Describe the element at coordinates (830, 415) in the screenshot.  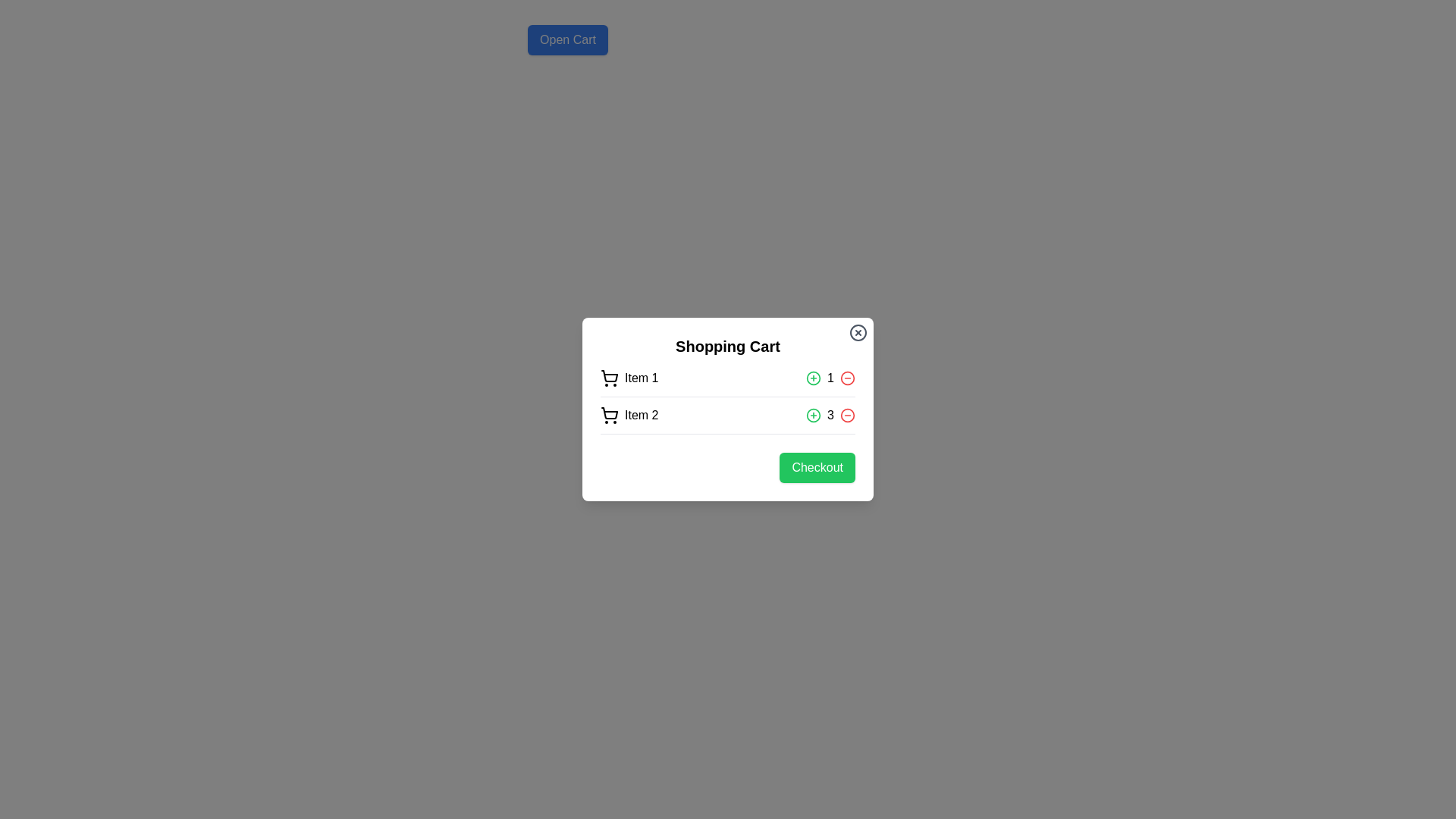
I see `the numeral '3' displayed in bold, dark font, which indicates the quantity for 'Item 2' in the shopping cart interface, centrally located between the two circular buttons` at that location.